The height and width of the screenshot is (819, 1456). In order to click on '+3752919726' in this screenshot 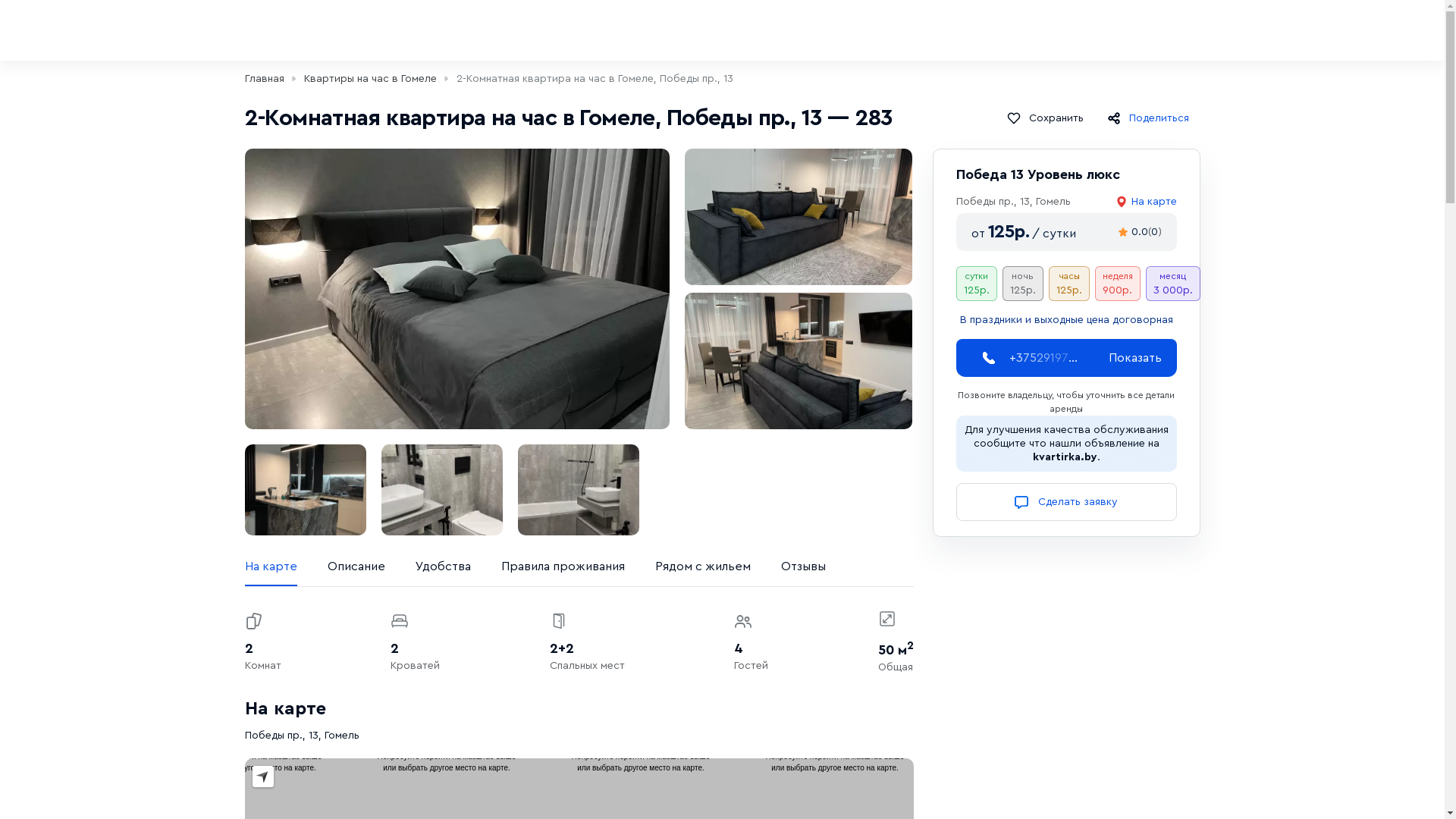, I will do `click(1009, 357)`.